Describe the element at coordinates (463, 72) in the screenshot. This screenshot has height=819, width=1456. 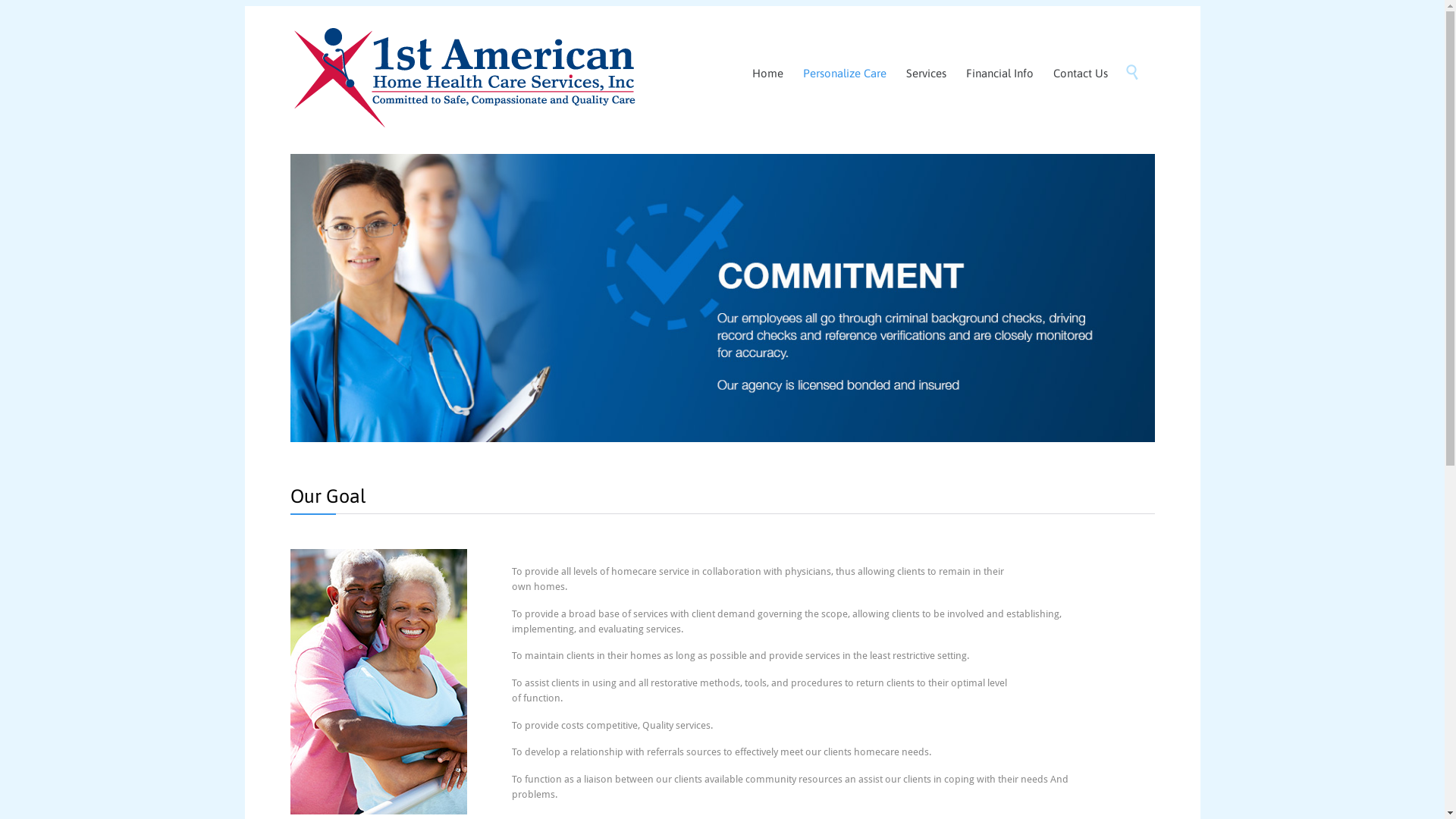
I see `'My blog'` at that location.